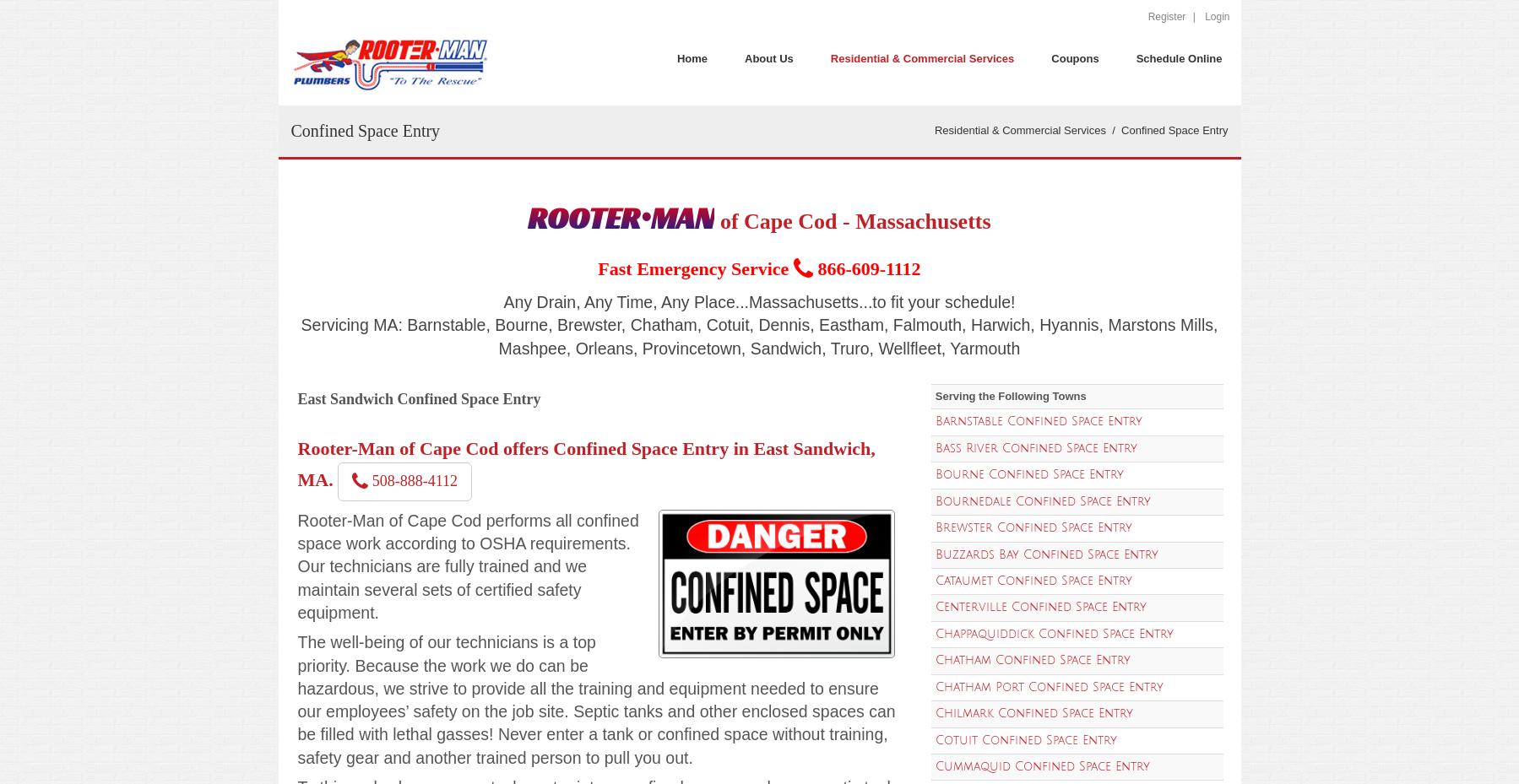 This screenshot has height=784, width=1519. I want to click on 'Rooter-Man of Cape Cod performs all confined space work according to OSHA requirements. Our technicians are fully trained and we maintain several sets of certified safety equipment.', so click(466, 565).